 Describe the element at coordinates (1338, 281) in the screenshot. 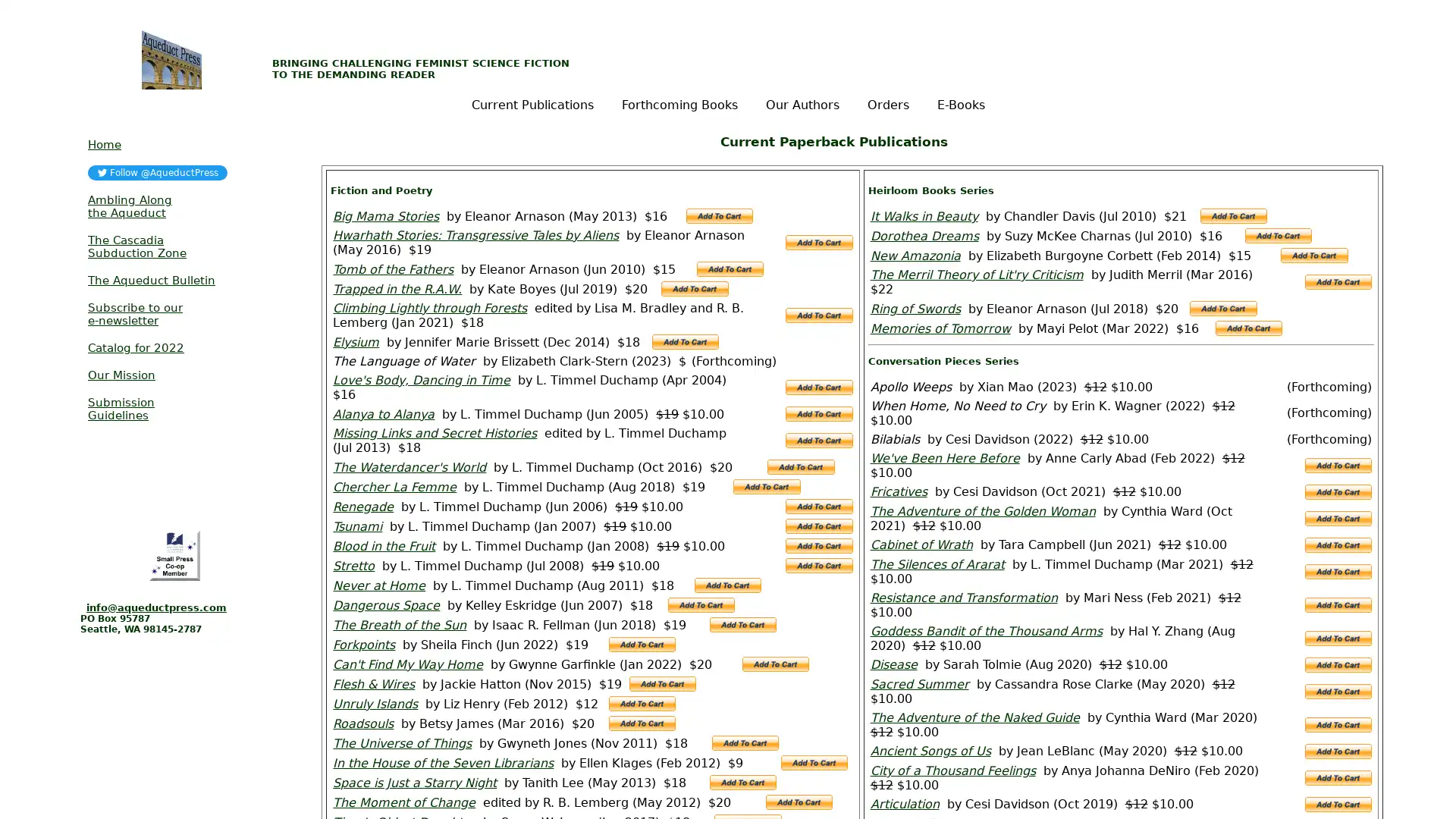

I see `Make payments with PayPal - it\'s fast, free and secure!` at that location.